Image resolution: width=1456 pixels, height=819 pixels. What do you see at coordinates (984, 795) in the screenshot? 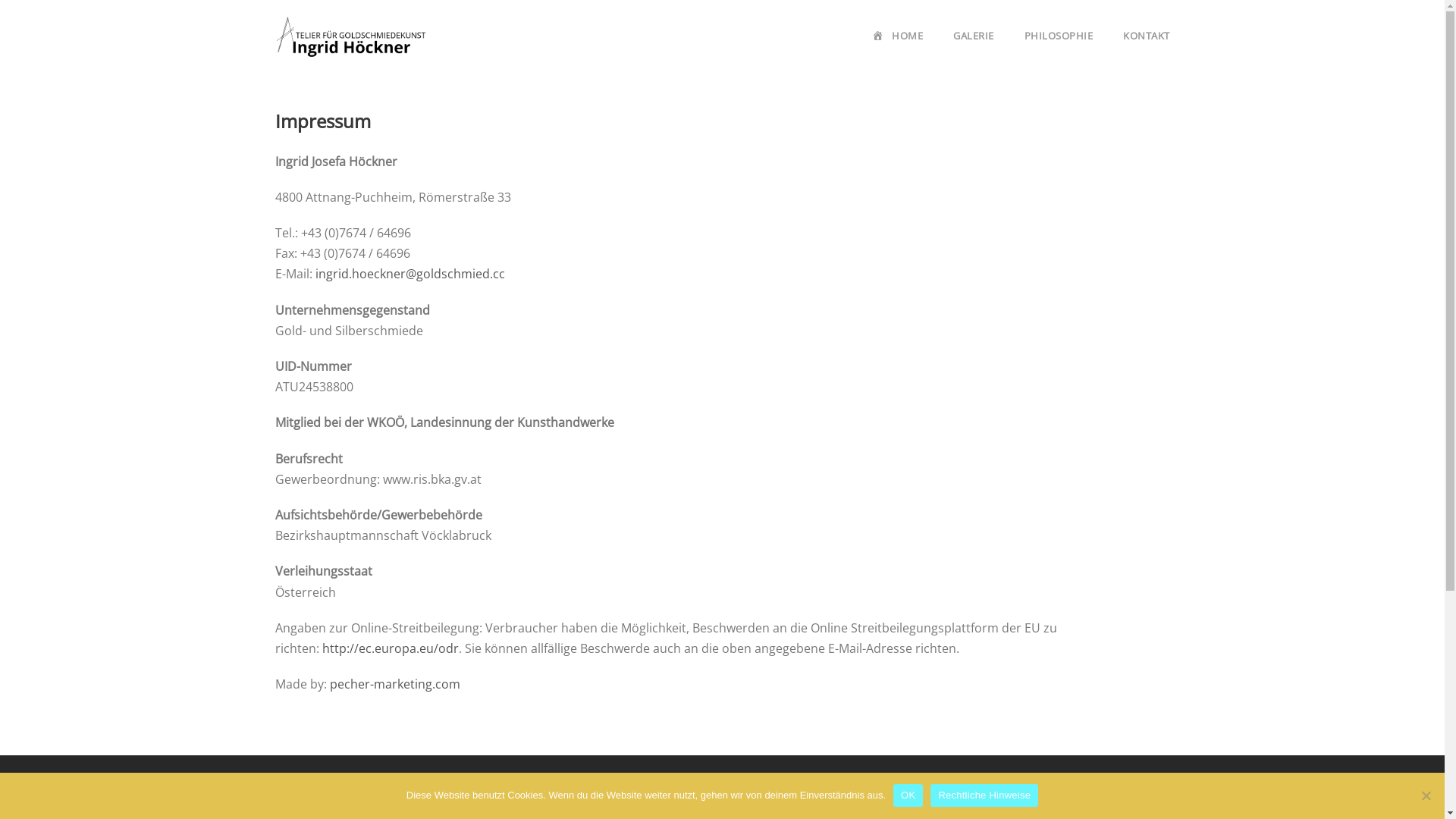
I see `'Rechtliche Hinweise'` at bounding box center [984, 795].